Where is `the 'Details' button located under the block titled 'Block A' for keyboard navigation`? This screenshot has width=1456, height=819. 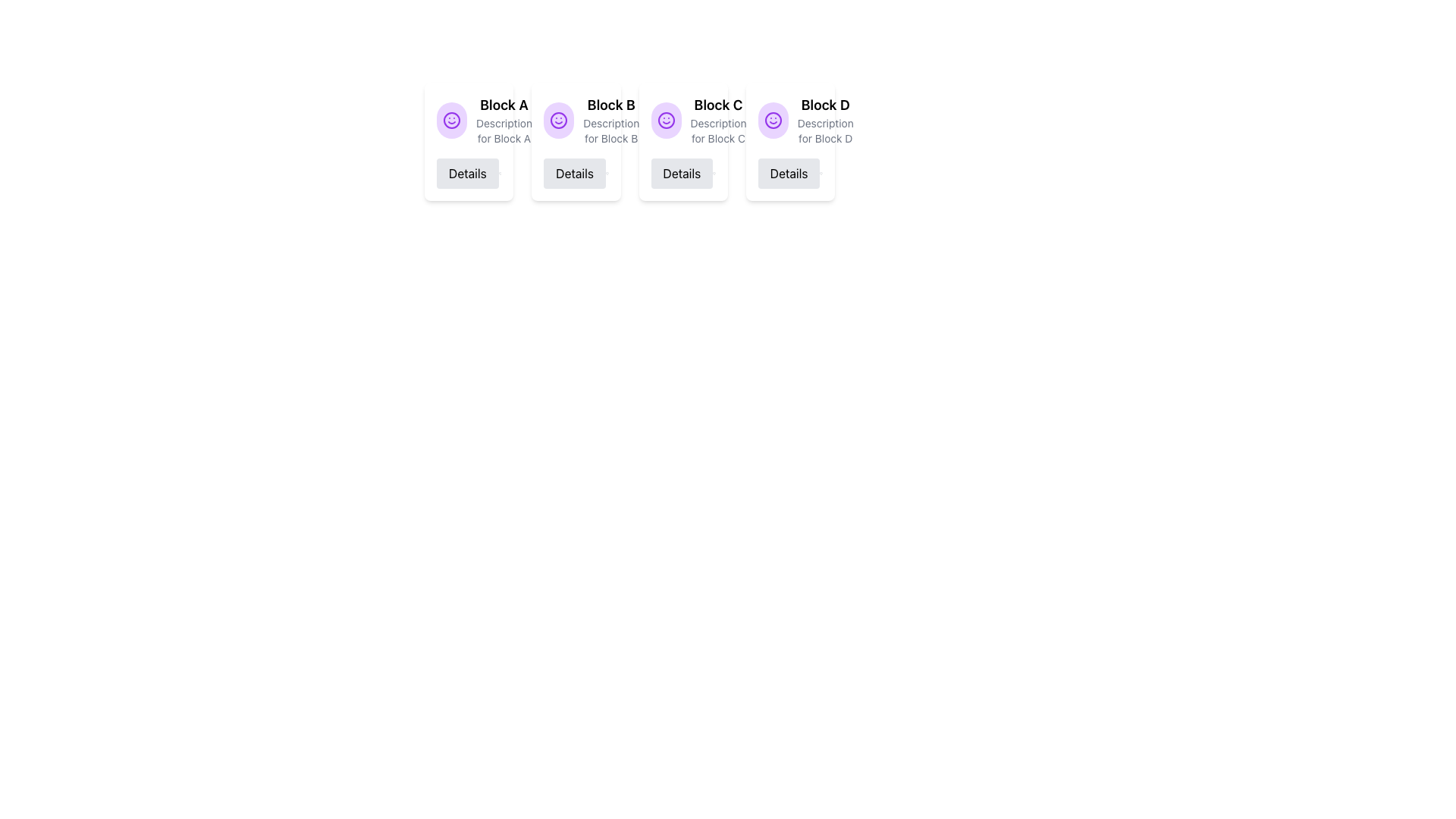
the 'Details' button located under the block titled 'Block A' for keyboard navigation is located at coordinates (466, 172).